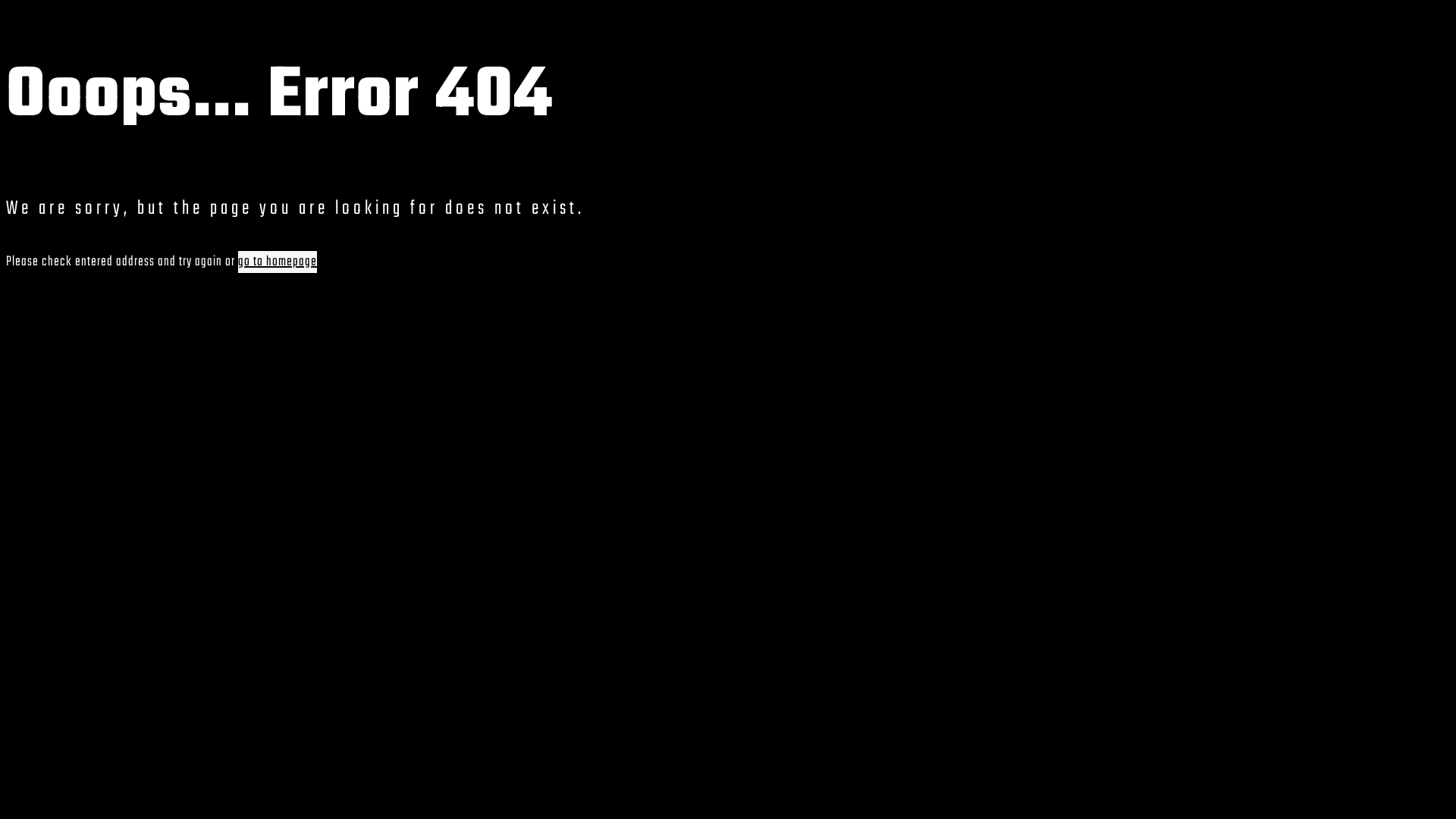 Image resolution: width=1456 pixels, height=819 pixels. Describe the element at coordinates (277, 261) in the screenshot. I see `'go to homepage'` at that location.